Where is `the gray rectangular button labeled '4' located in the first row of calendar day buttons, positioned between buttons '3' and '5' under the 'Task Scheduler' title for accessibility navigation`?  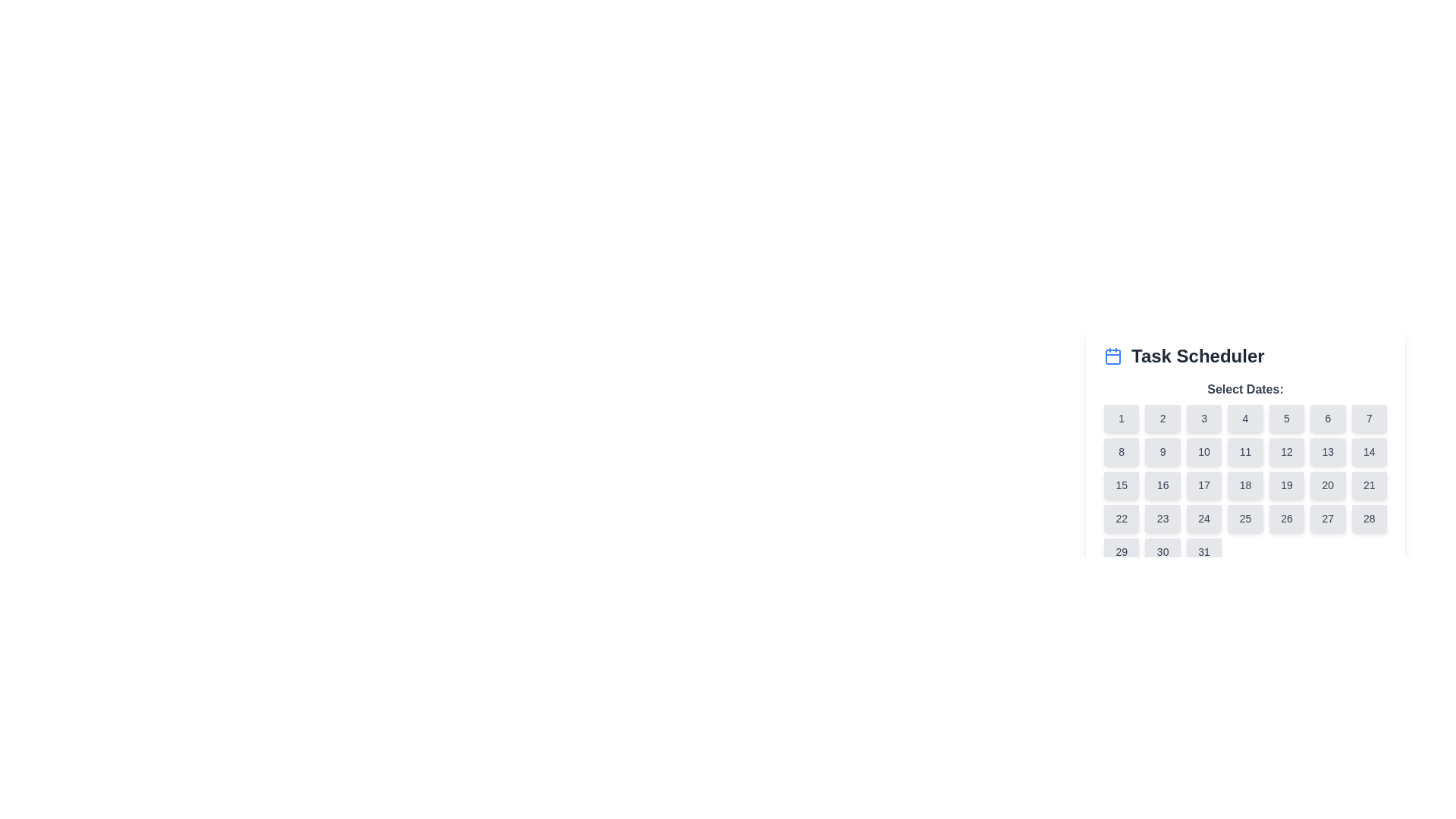
the gray rectangular button labeled '4' located in the first row of calendar day buttons, positioned between buttons '3' and '5' under the 'Task Scheduler' title for accessibility navigation is located at coordinates (1245, 418).